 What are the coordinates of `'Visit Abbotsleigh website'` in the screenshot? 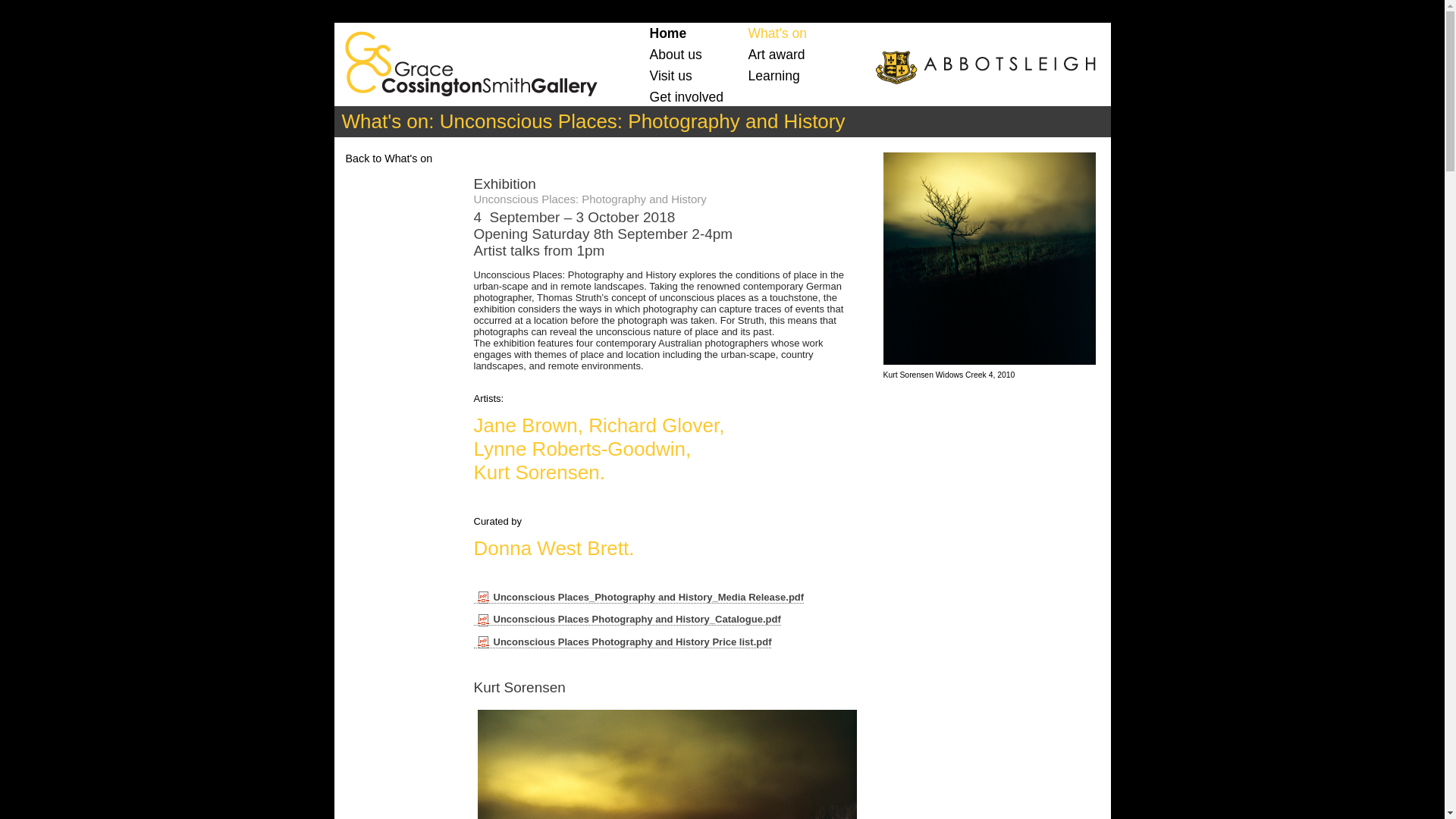 It's located at (984, 66).